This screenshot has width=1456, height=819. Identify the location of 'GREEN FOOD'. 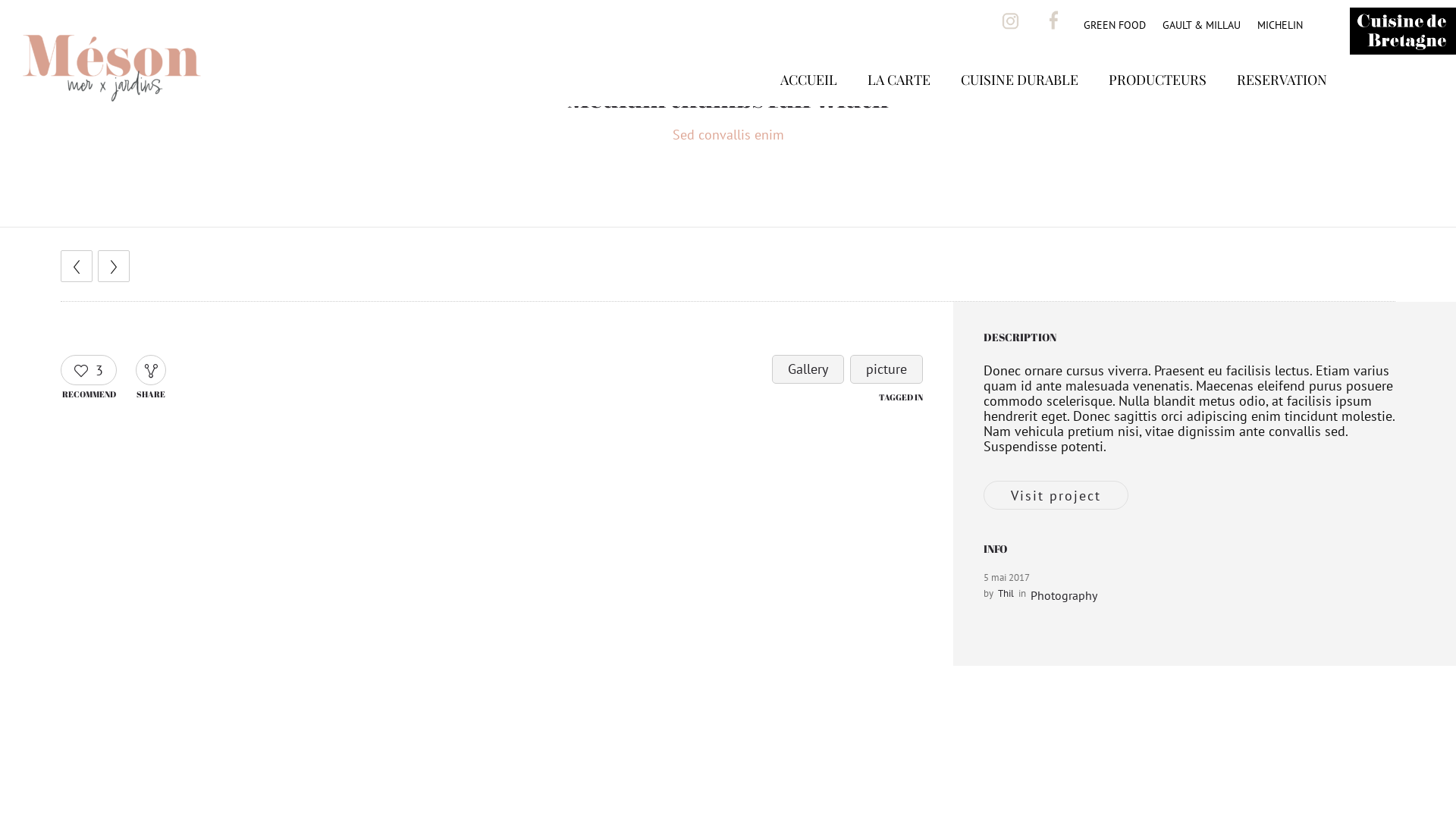
(1114, 25).